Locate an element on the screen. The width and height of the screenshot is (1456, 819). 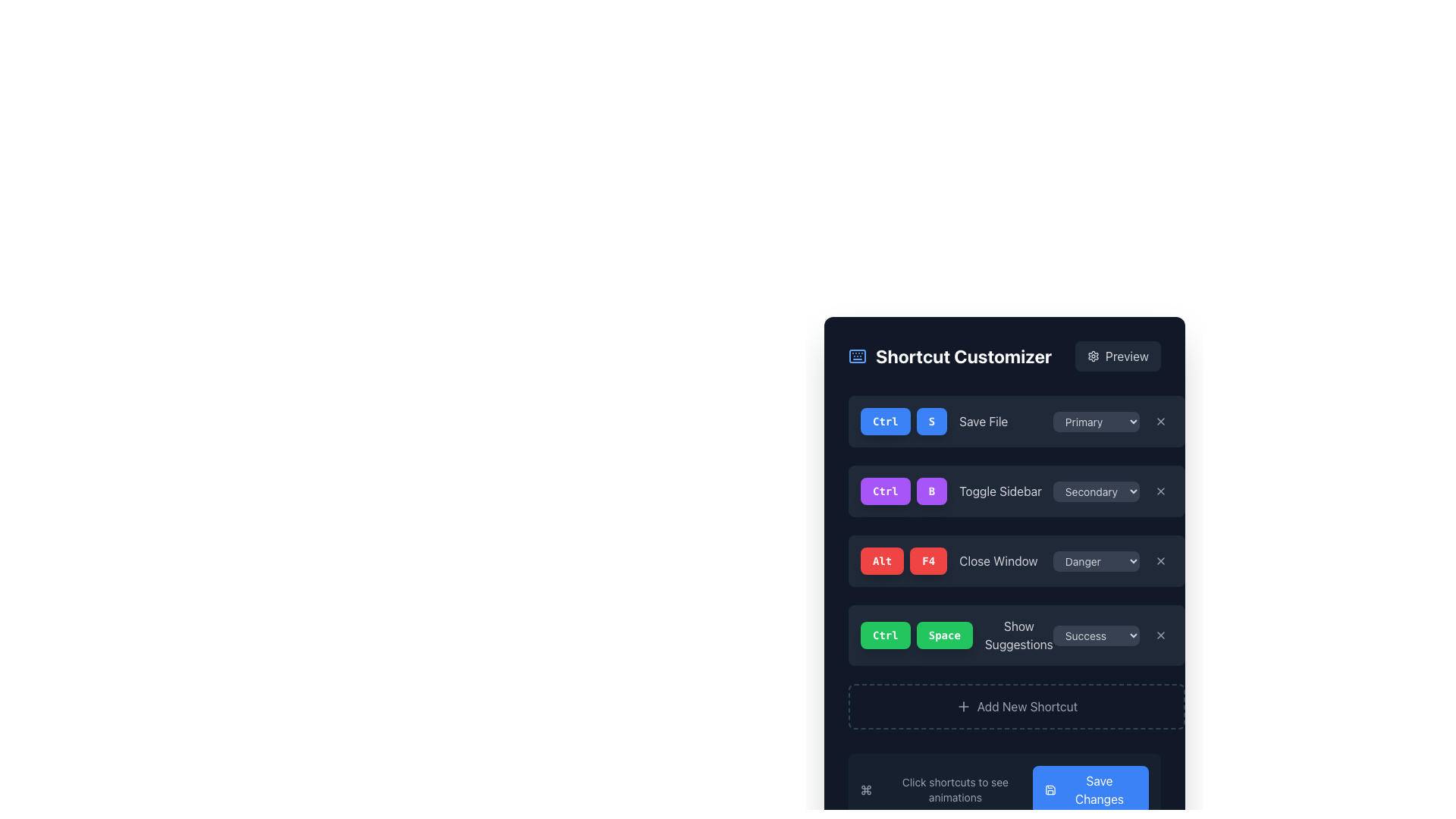
the 'Ctrl' button in the Shortcut label which consists of two purple, rounded rectangular buttons labeled 'Ctrl' and 'B', followed by the text 'Toggle Sidebar' is located at coordinates (950, 491).